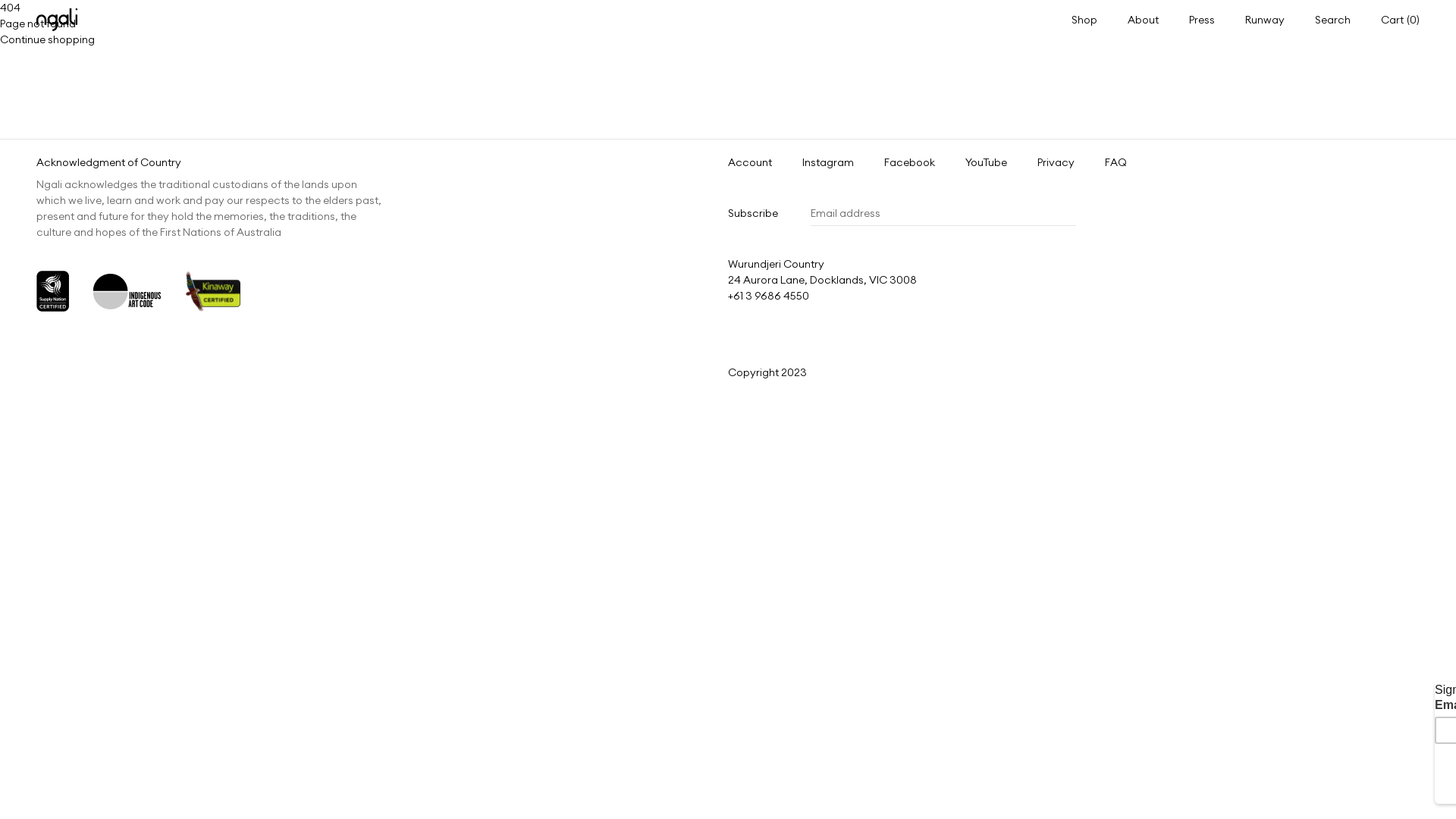 The image size is (1456, 819). What do you see at coordinates (749, 162) in the screenshot?
I see `'Account'` at bounding box center [749, 162].